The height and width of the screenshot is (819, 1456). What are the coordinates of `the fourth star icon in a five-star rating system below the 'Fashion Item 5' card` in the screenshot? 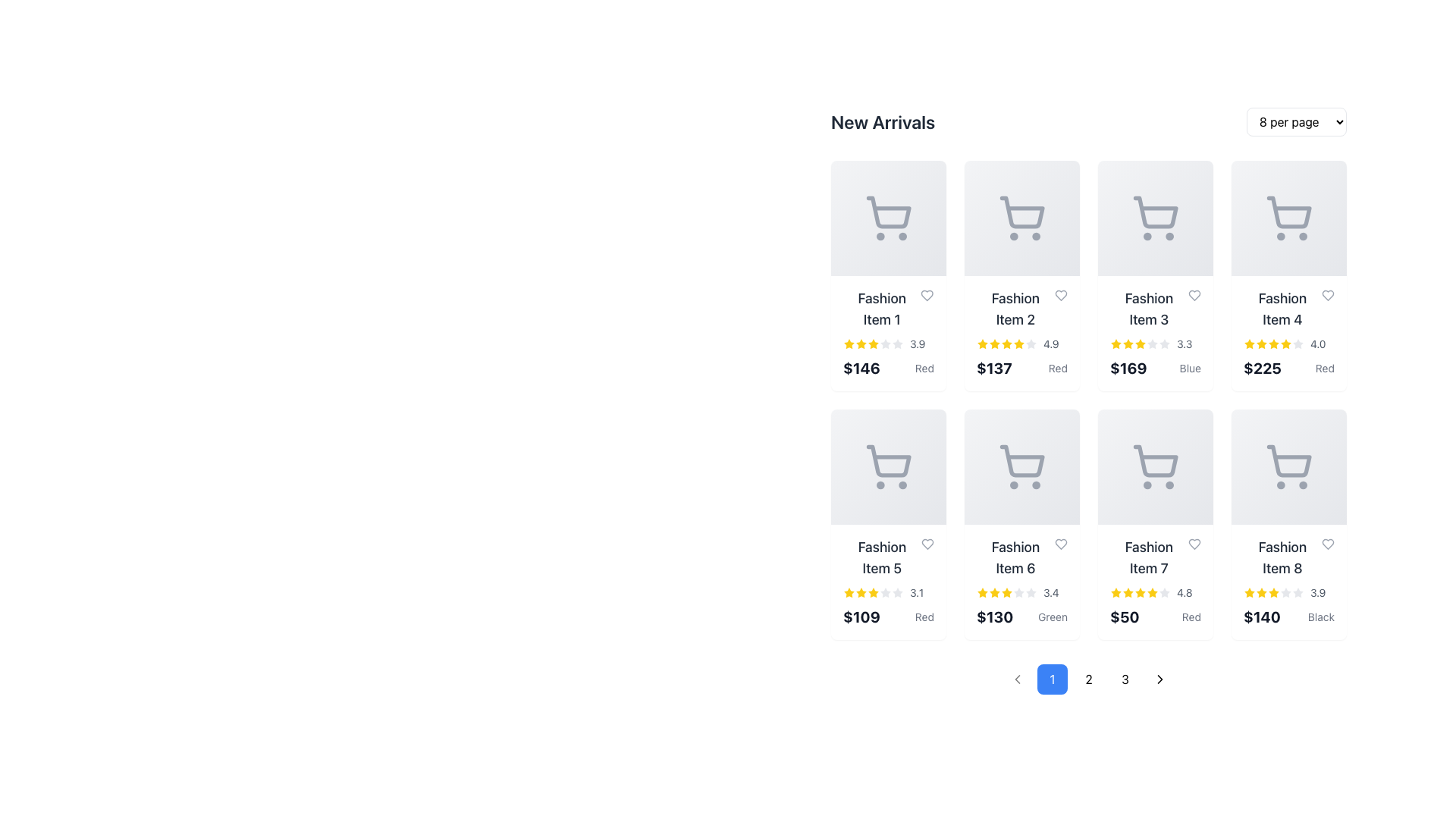 It's located at (874, 592).